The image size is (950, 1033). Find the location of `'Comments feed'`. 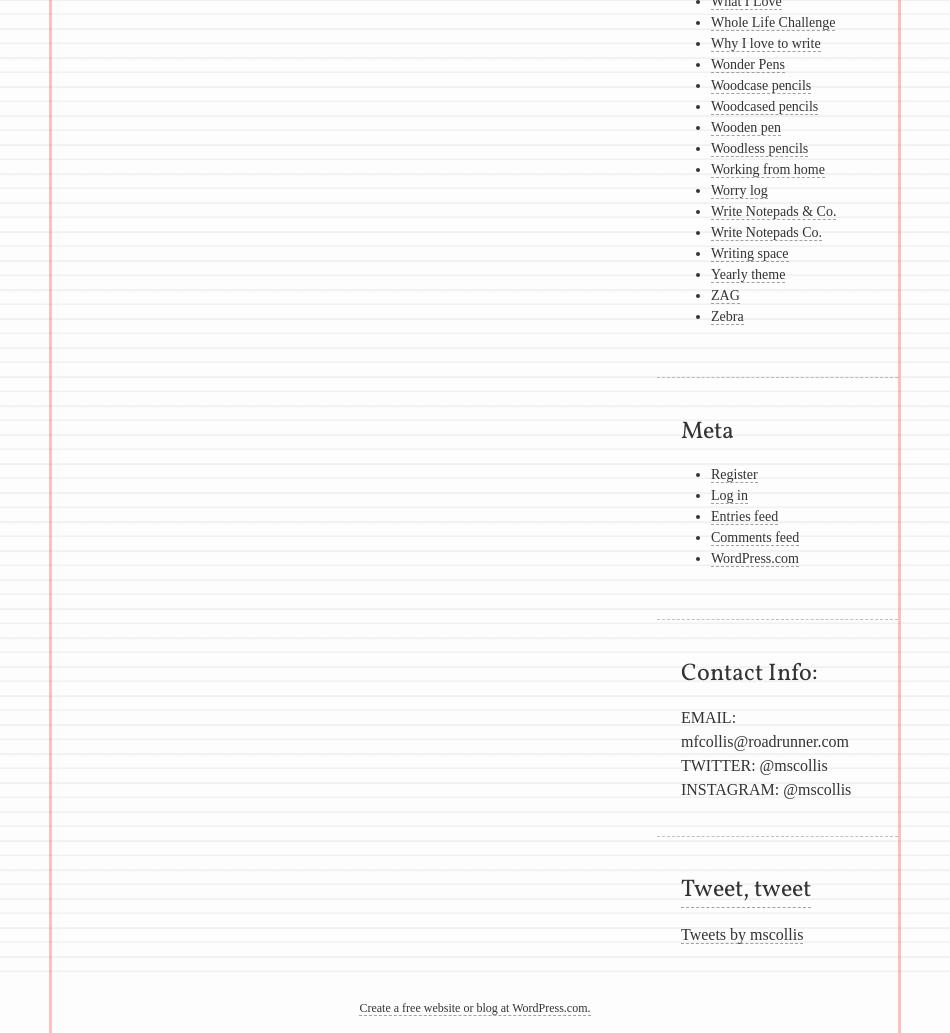

'Comments feed' is located at coordinates (710, 536).